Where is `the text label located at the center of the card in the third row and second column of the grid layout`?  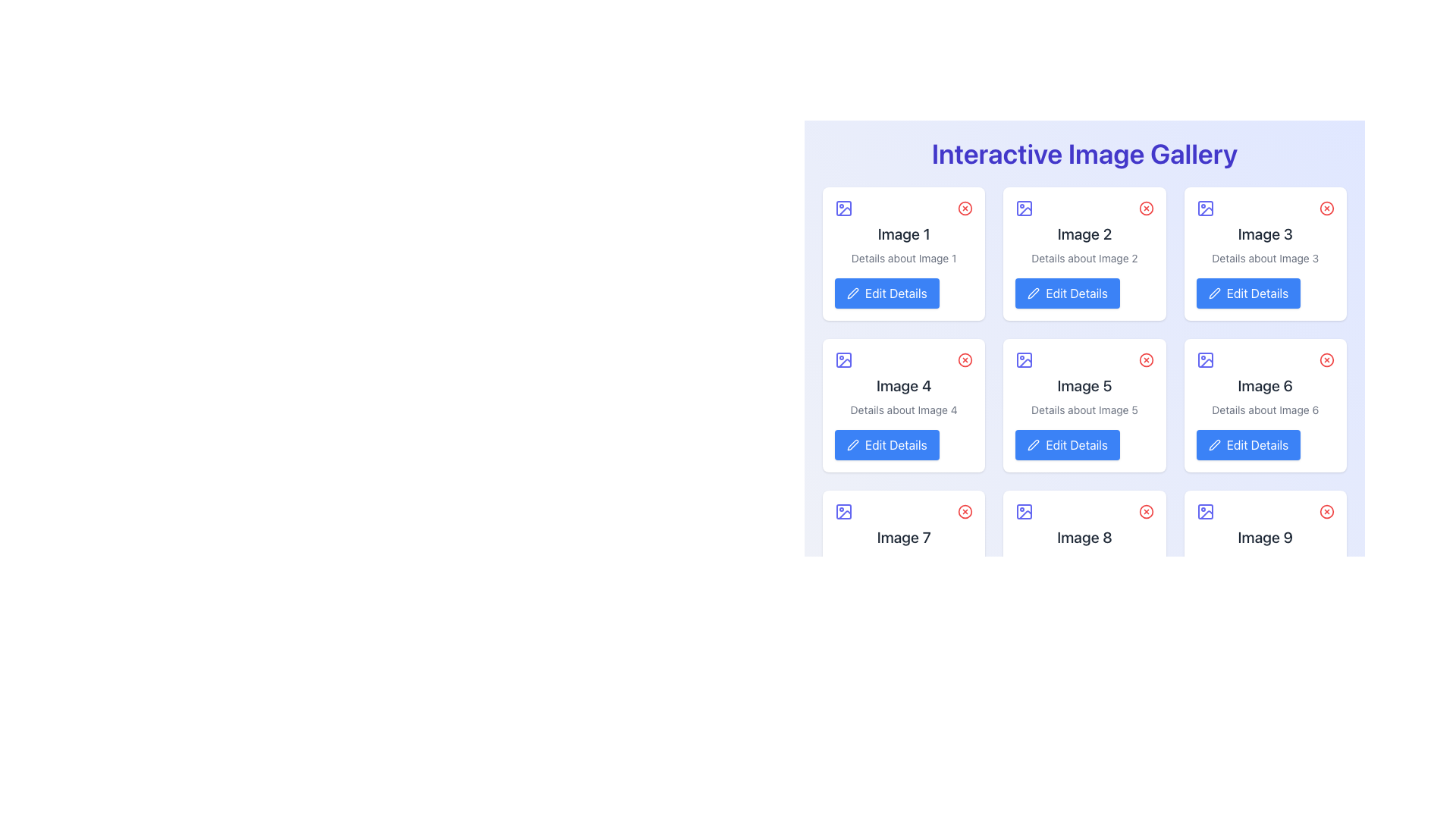
the text label located at the center of the card in the third row and second column of the grid layout is located at coordinates (1084, 537).